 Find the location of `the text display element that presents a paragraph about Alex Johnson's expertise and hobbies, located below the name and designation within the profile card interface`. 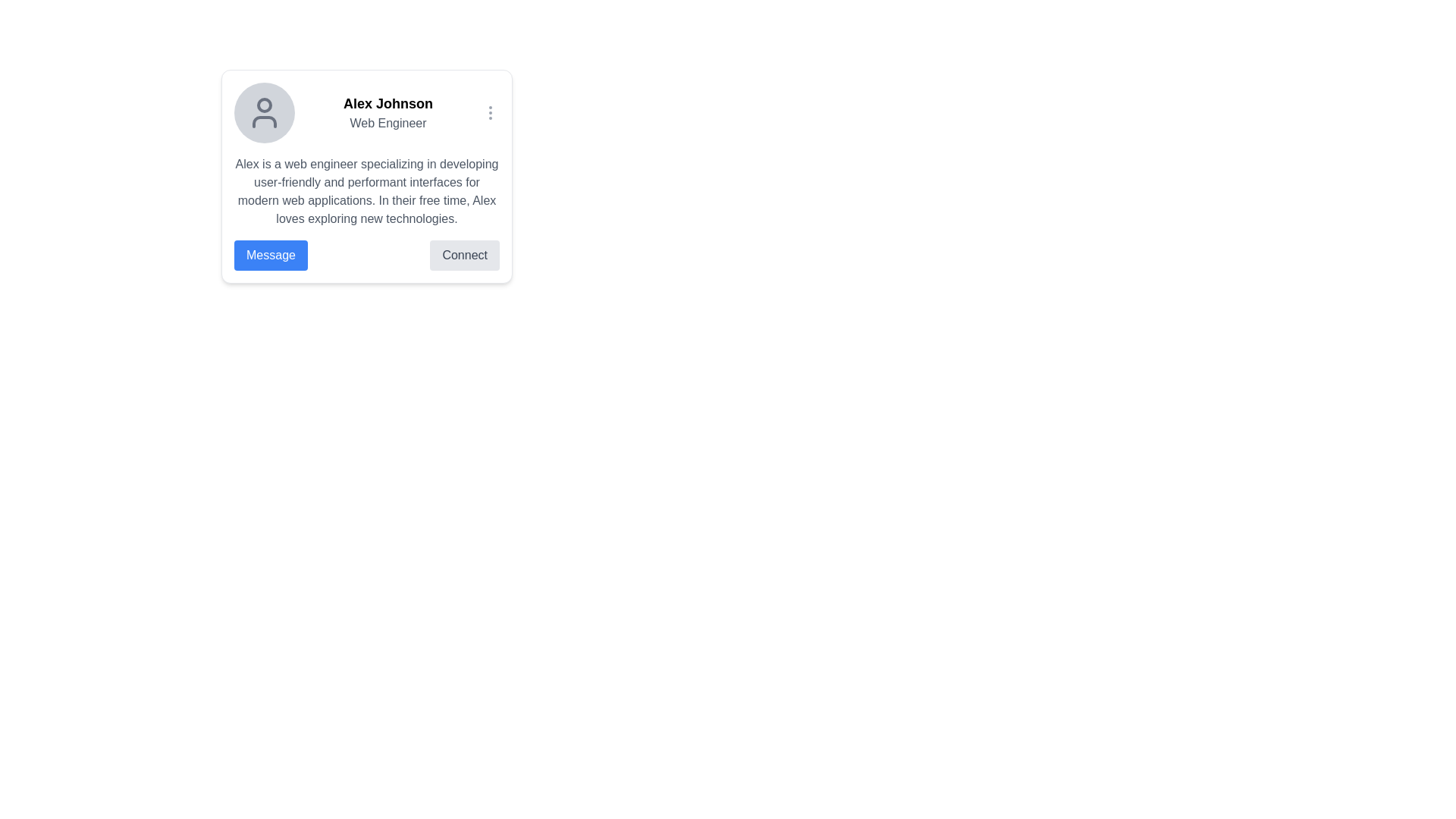

the text display element that presents a paragraph about Alex Johnson's expertise and hobbies, located below the name and designation within the profile card interface is located at coordinates (367, 191).